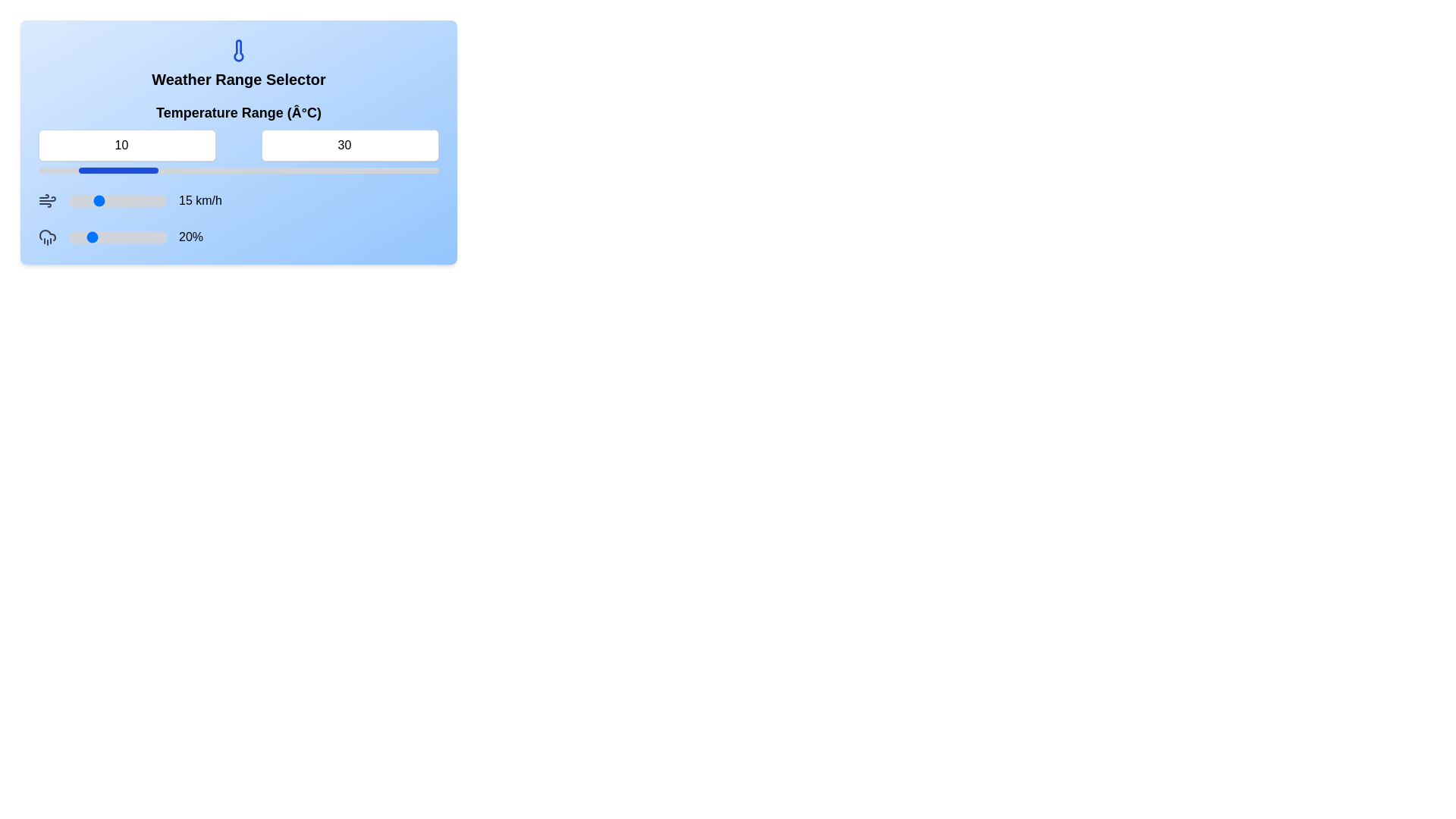 The width and height of the screenshot is (1456, 819). What do you see at coordinates (47, 237) in the screenshot?
I see `the cloud with rain icon located to the left of the slider handle in the second slider group associated with the '20%' slider label` at bounding box center [47, 237].